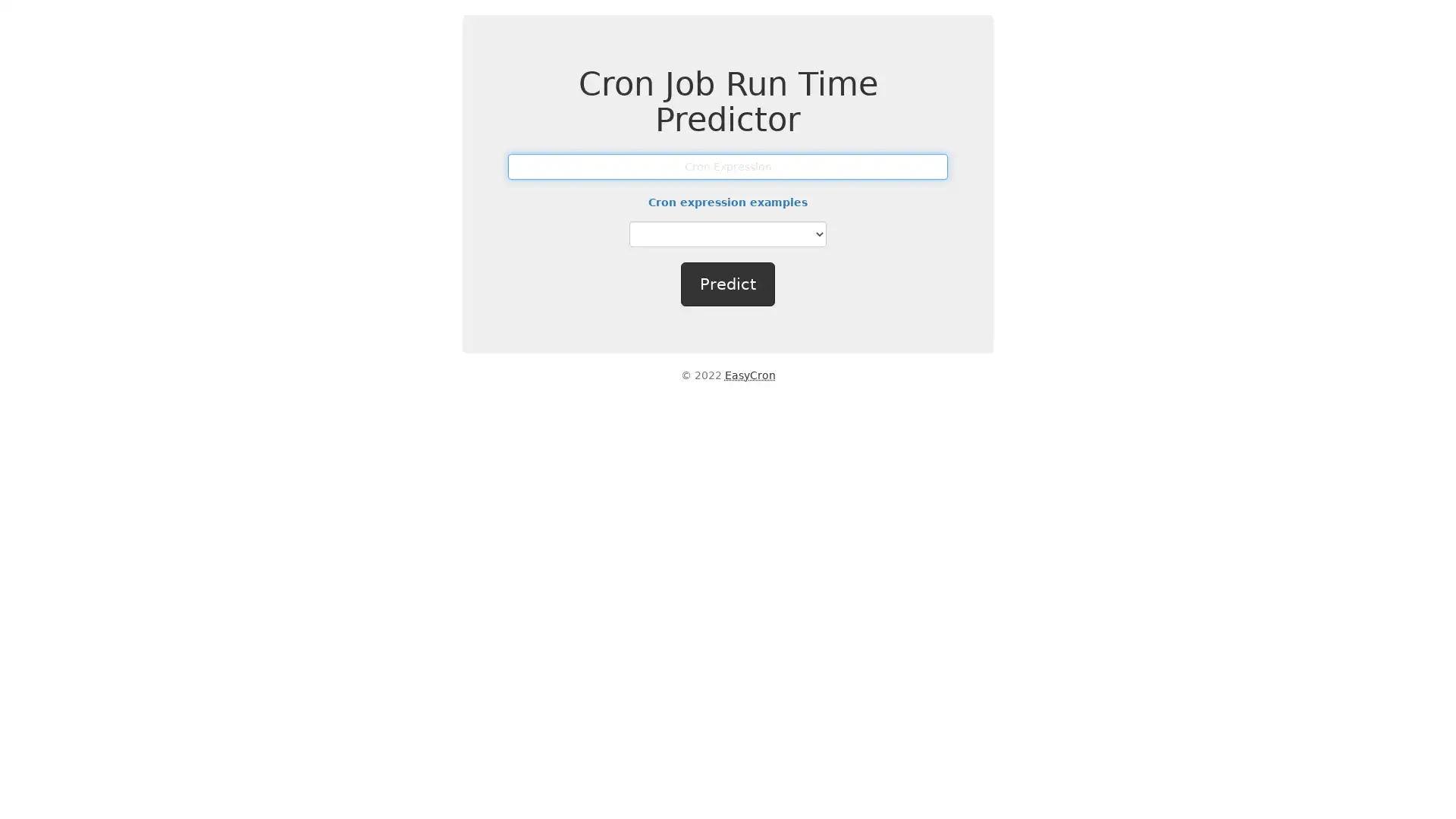 Image resolution: width=1456 pixels, height=819 pixels. I want to click on Predict, so click(728, 284).